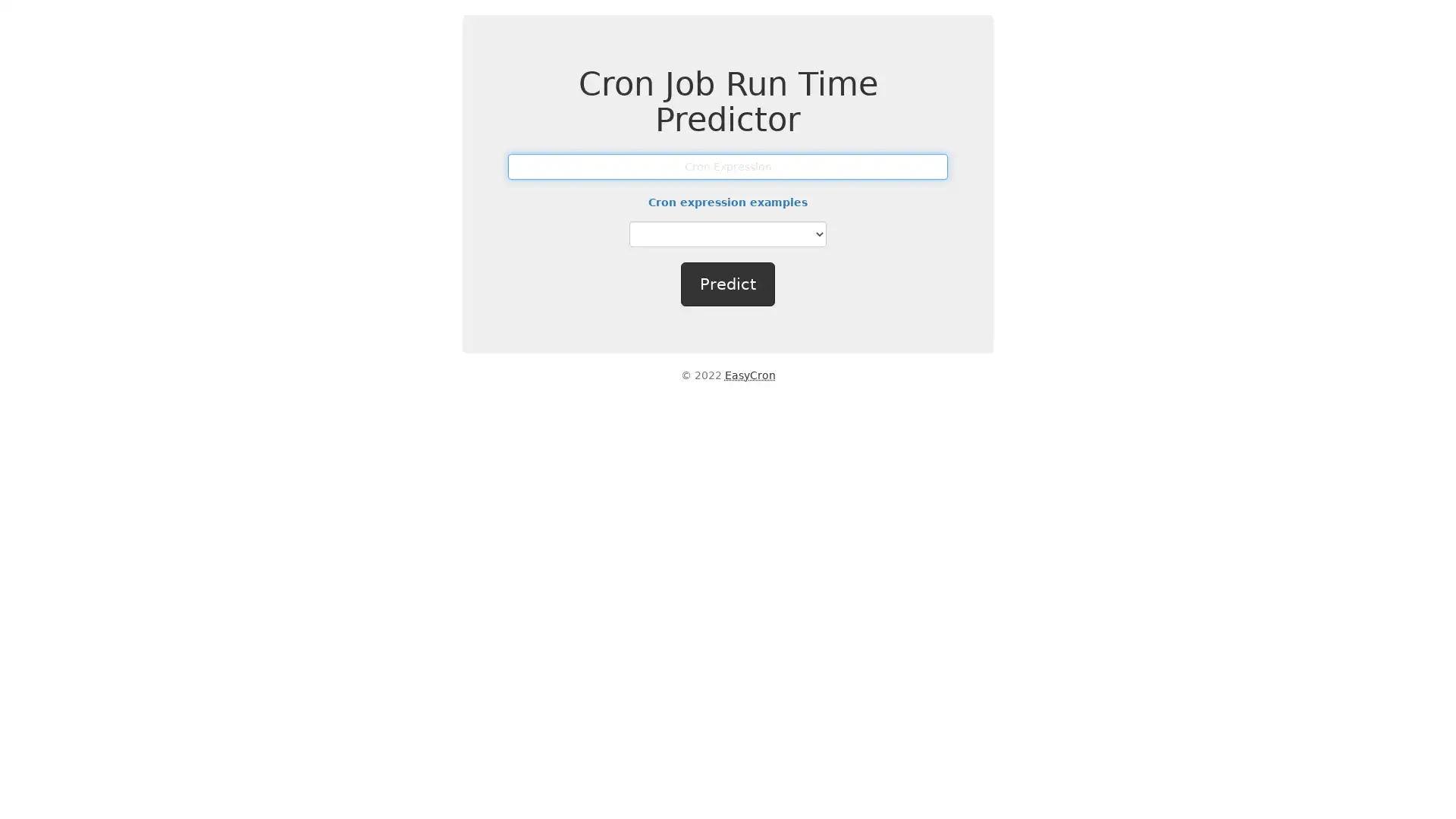 Image resolution: width=1456 pixels, height=819 pixels. I want to click on Predict, so click(728, 284).